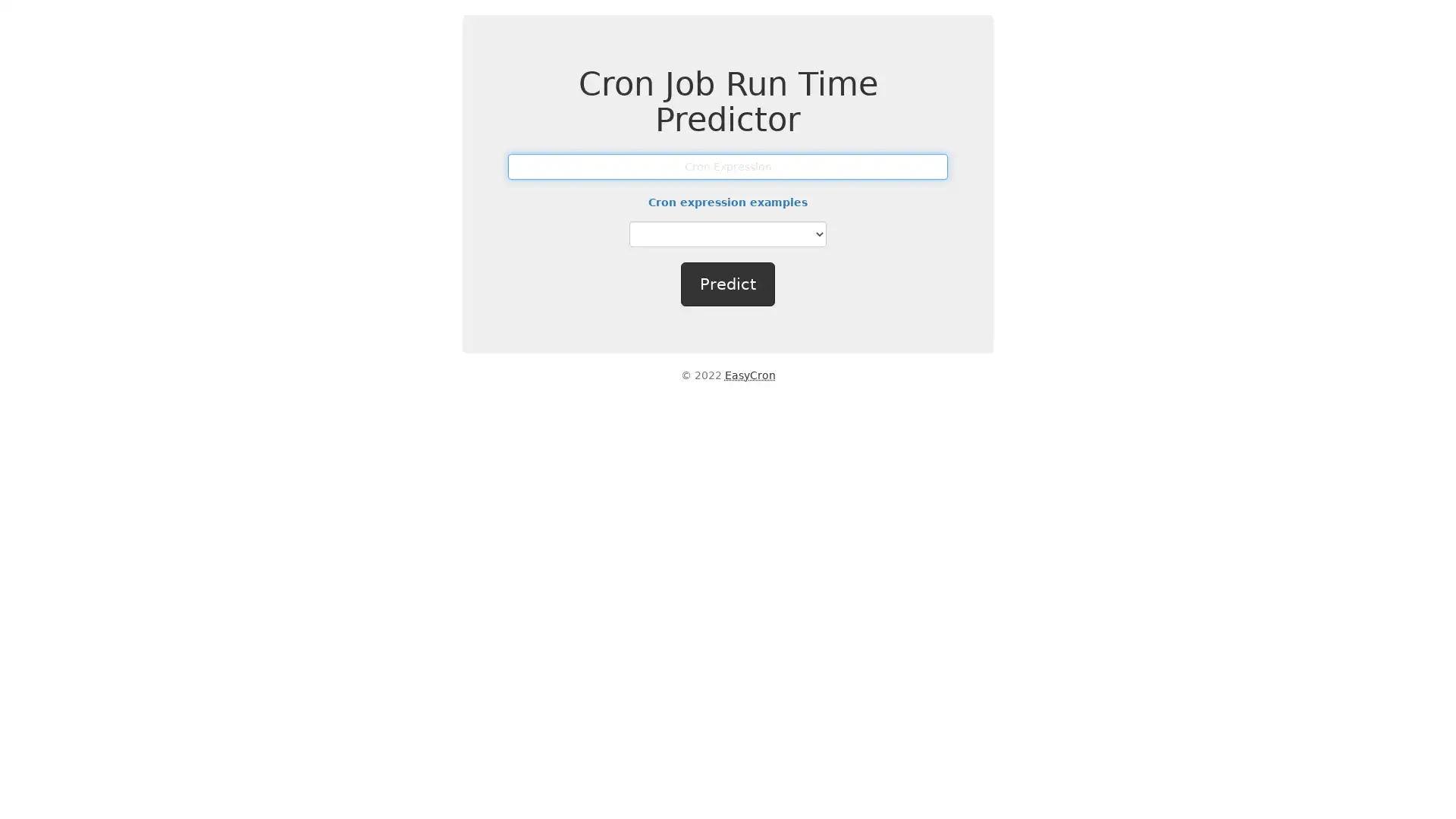 Image resolution: width=1456 pixels, height=819 pixels. I want to click on Predict, so click(728, 284).